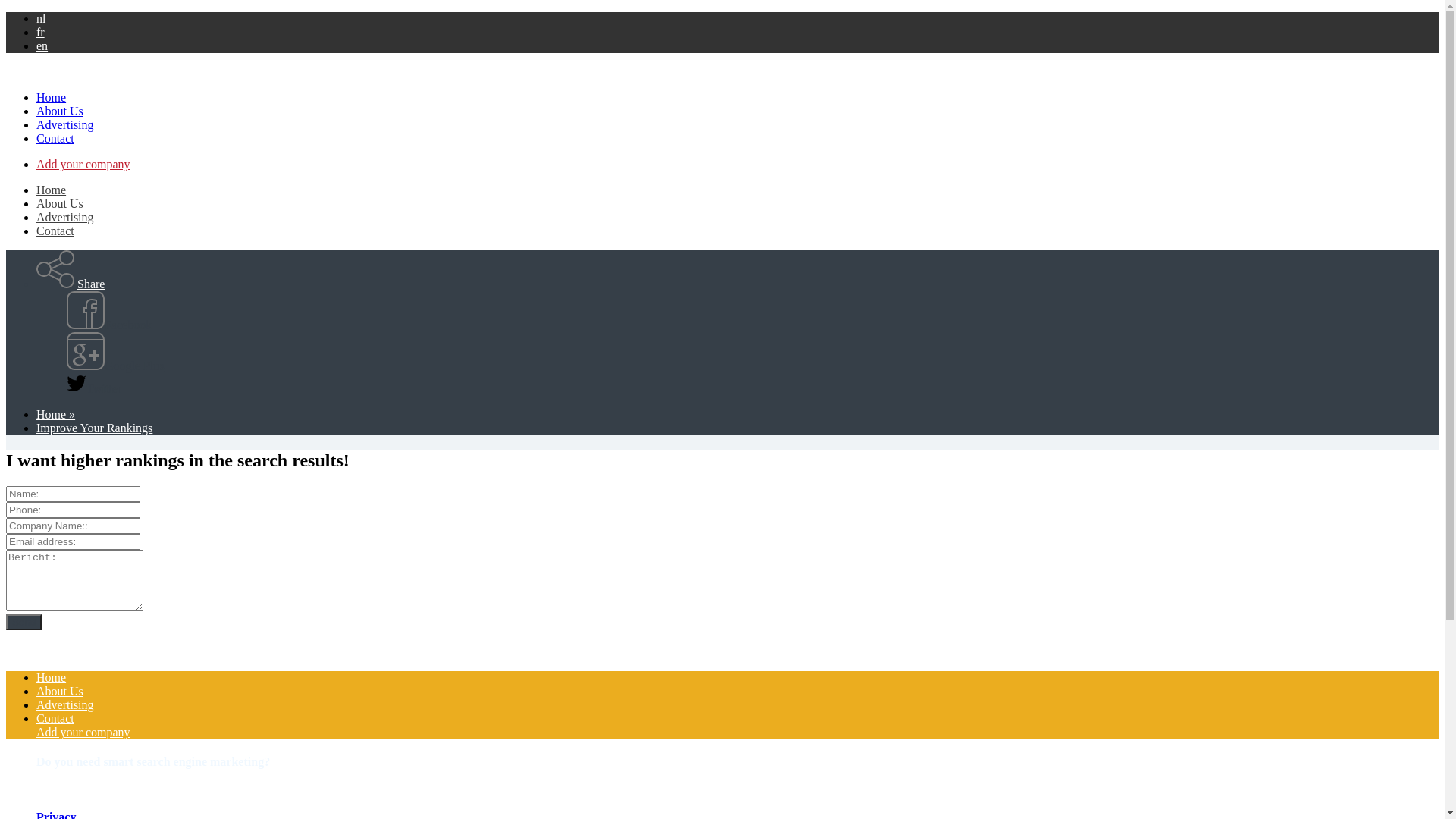 The height and width of the screenshot is (819, 1456). What do you see at coordinates (64, 217) in the screenshot?
I see `'Advertising'` at bounding box center [64, 217].